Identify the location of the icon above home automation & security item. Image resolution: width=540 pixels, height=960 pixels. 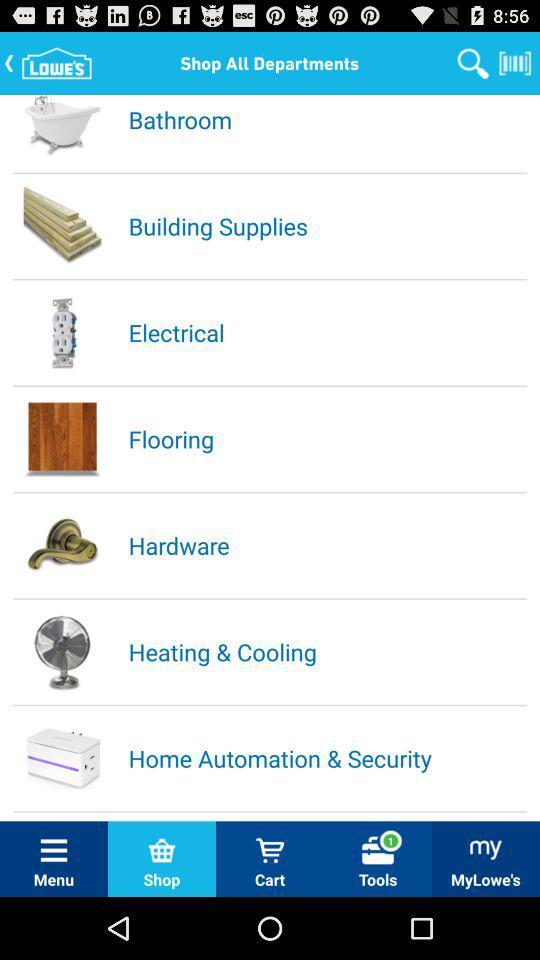
(326, 650).